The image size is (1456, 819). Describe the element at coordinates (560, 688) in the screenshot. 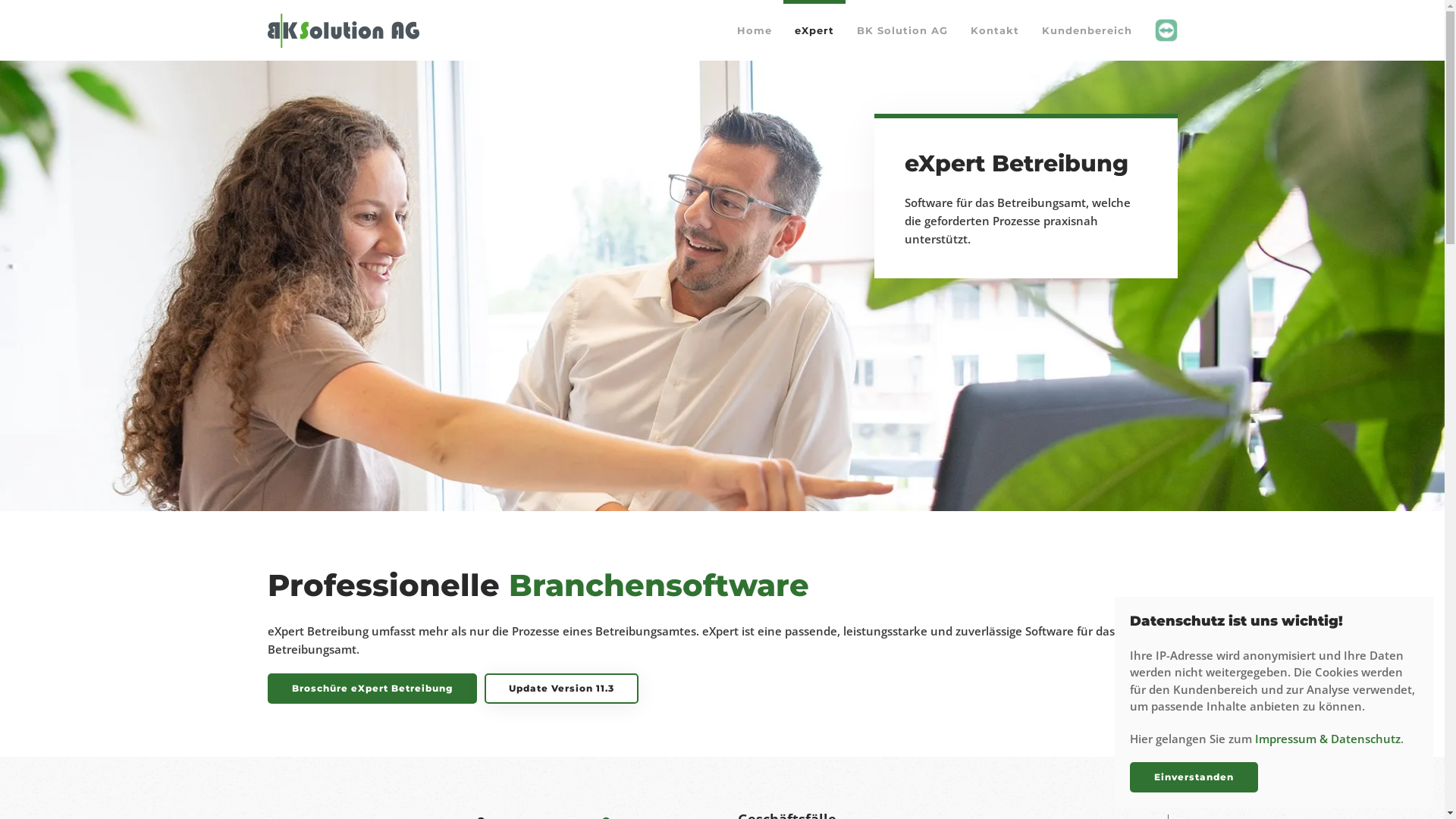

I see `'Update Version 11.3'` at that location.